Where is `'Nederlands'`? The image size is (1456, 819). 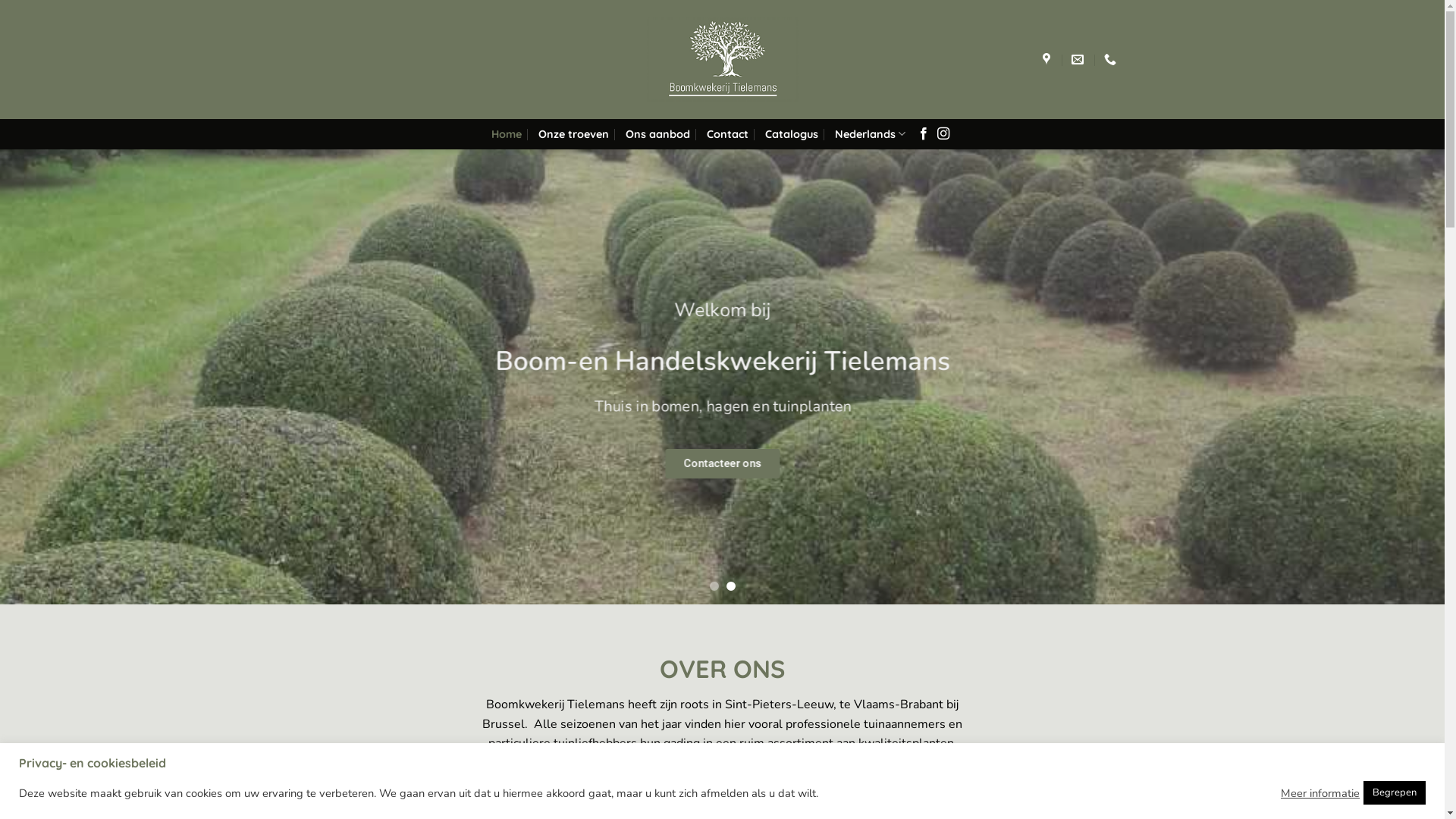
'Nederlands' is located at coordinates (833, 133).